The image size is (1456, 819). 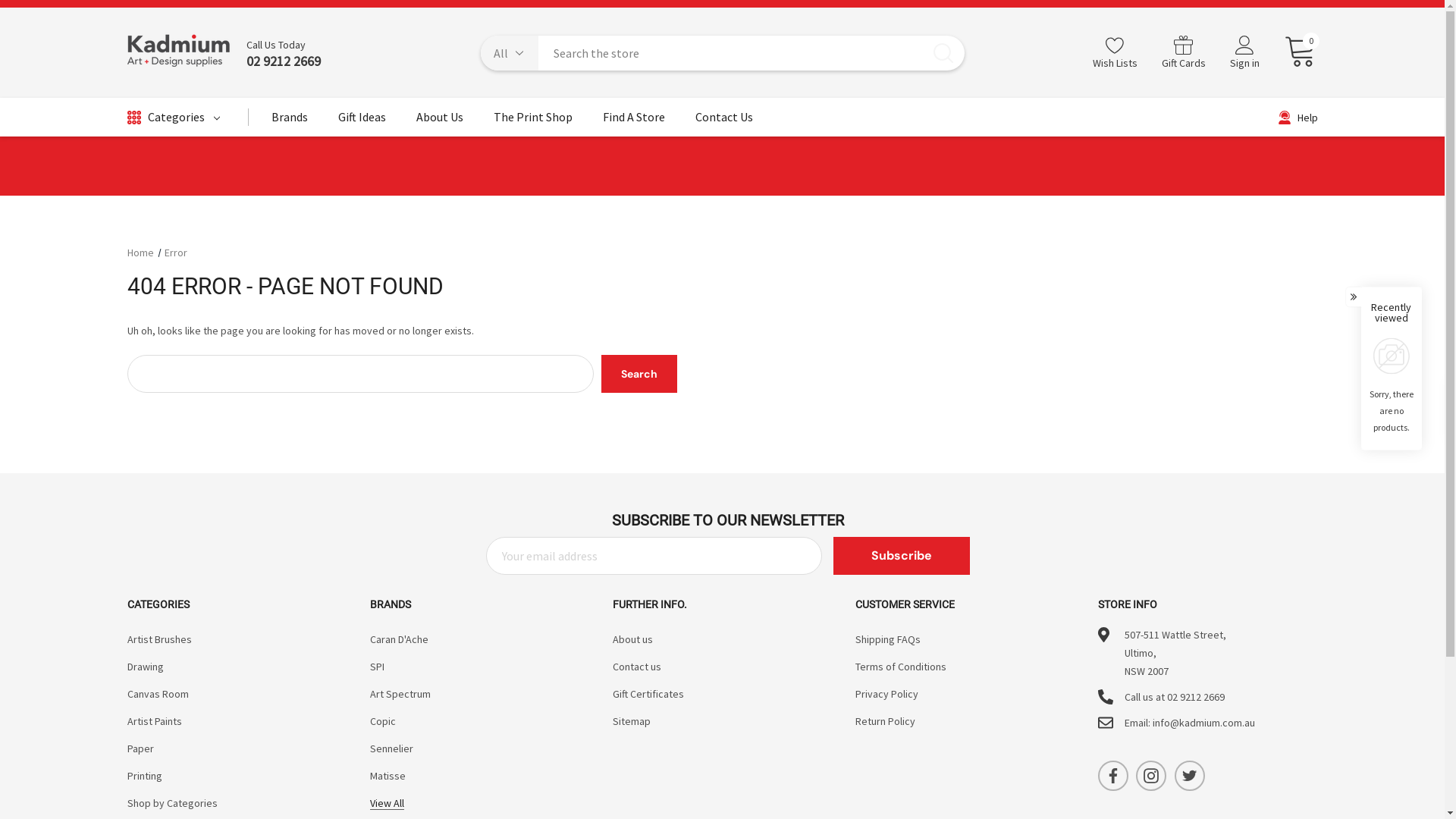 I want to click on 'Contact us', so click(x=637, y=666).